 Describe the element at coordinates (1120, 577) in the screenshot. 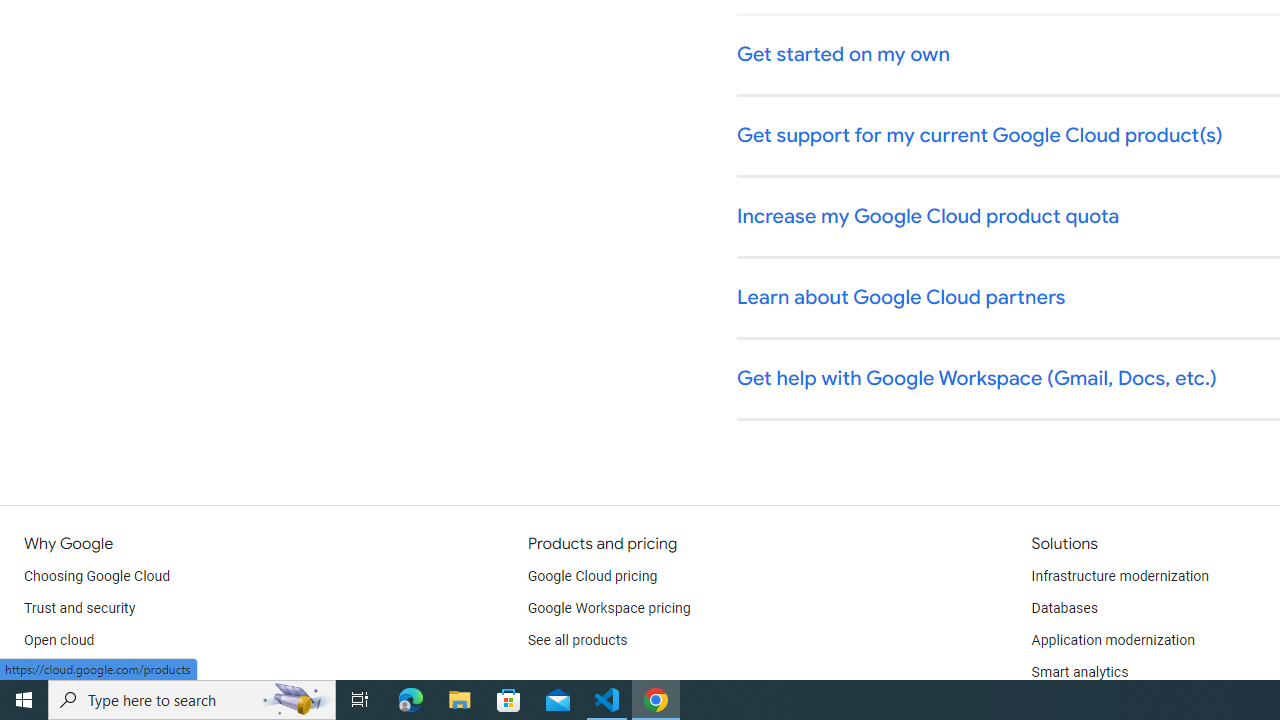

I see `'Infrastructure modernization'` at that location.